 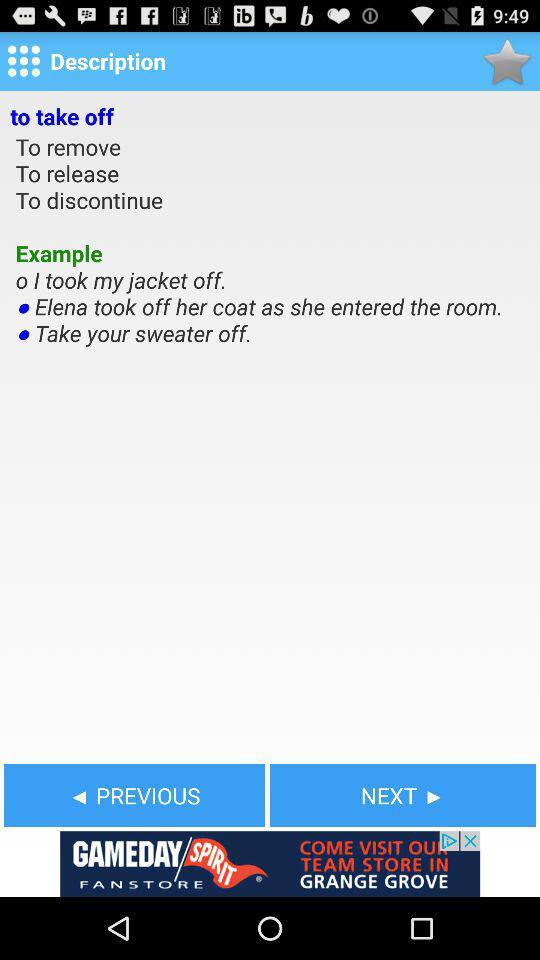 I want to click on show advertisements detail, so click(x=270, y=863).